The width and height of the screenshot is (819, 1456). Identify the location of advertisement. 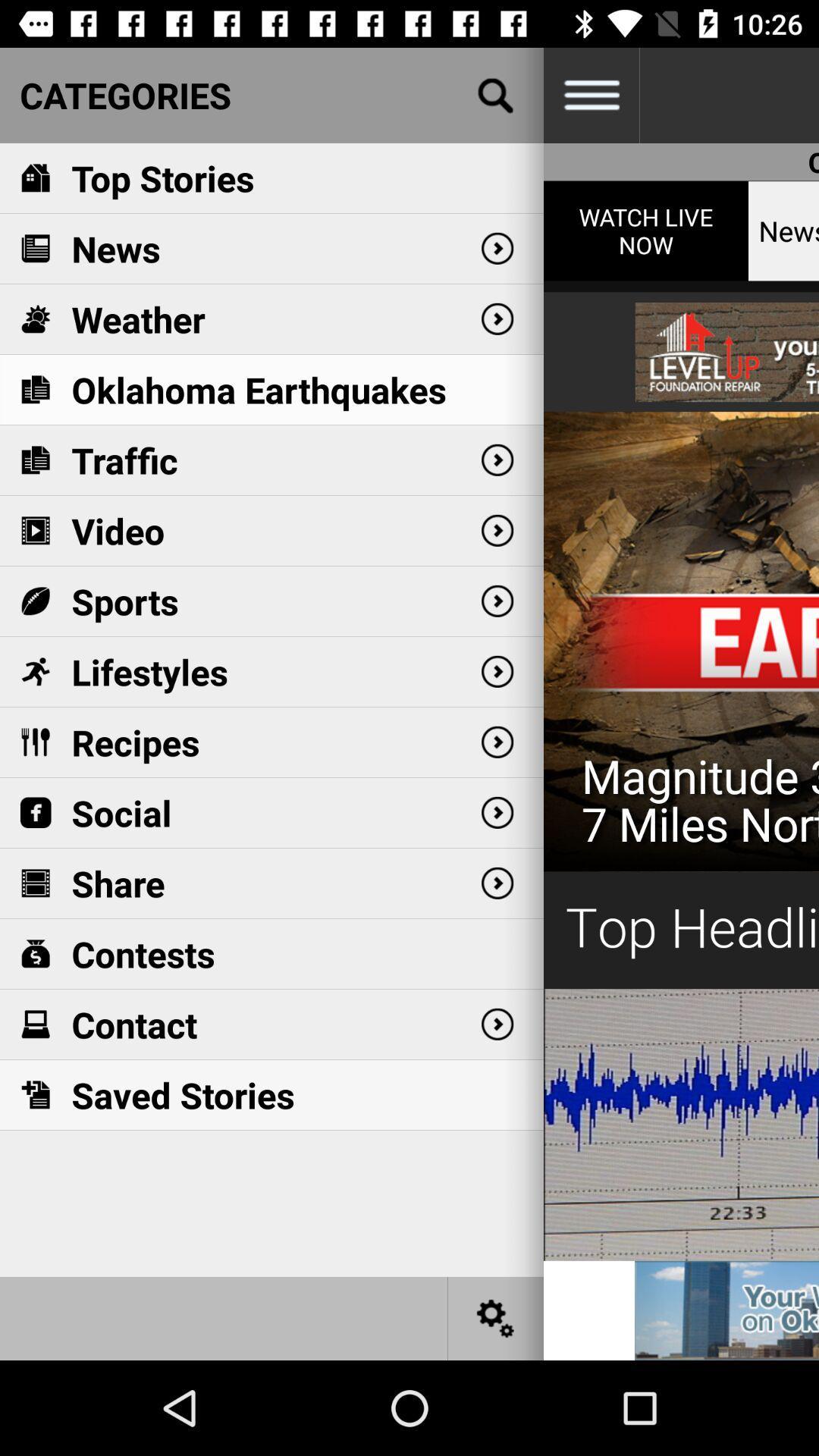
(680, 720).